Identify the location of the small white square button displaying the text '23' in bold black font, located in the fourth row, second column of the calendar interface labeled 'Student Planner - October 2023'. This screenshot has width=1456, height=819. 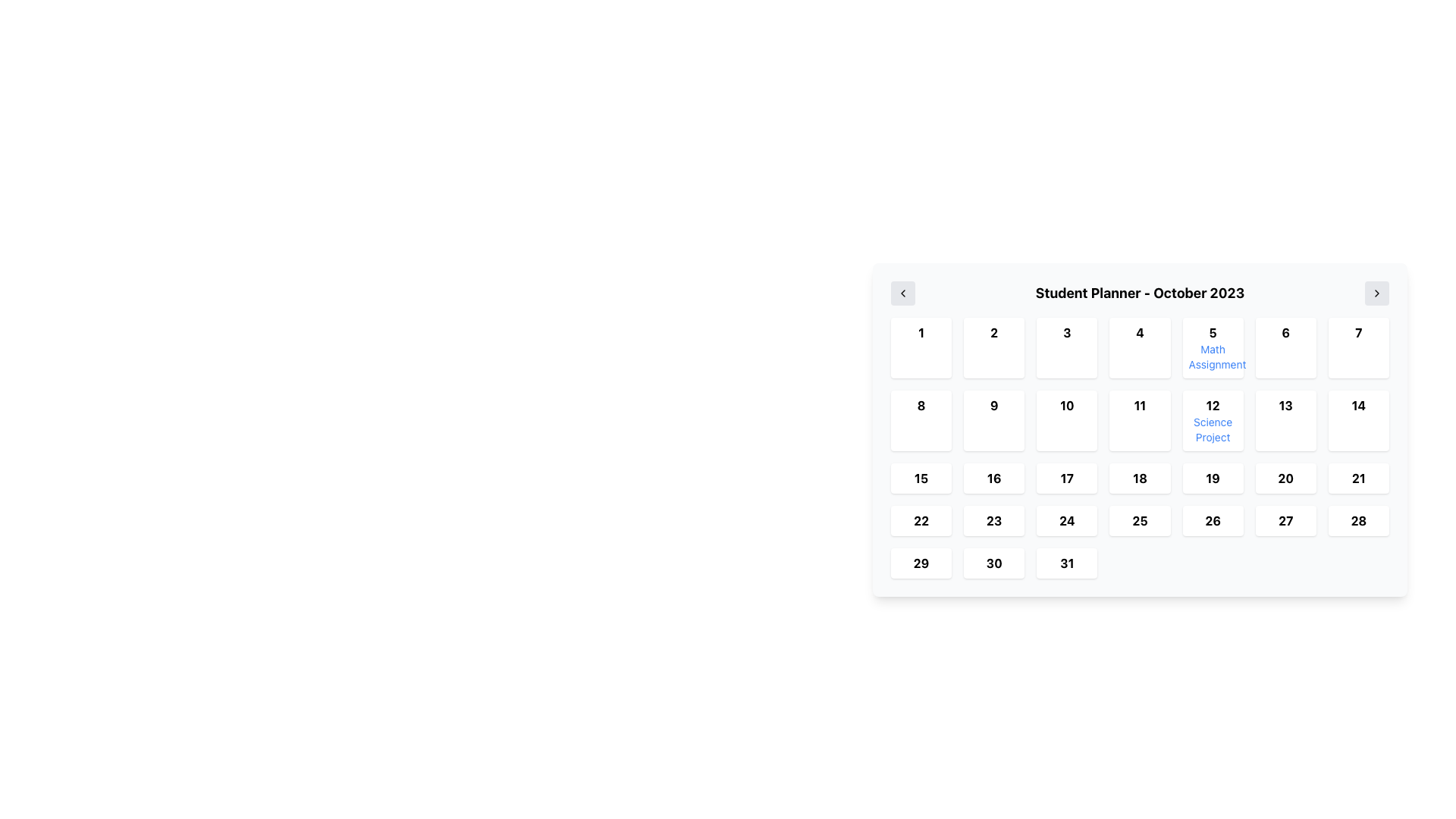
(994, 519).